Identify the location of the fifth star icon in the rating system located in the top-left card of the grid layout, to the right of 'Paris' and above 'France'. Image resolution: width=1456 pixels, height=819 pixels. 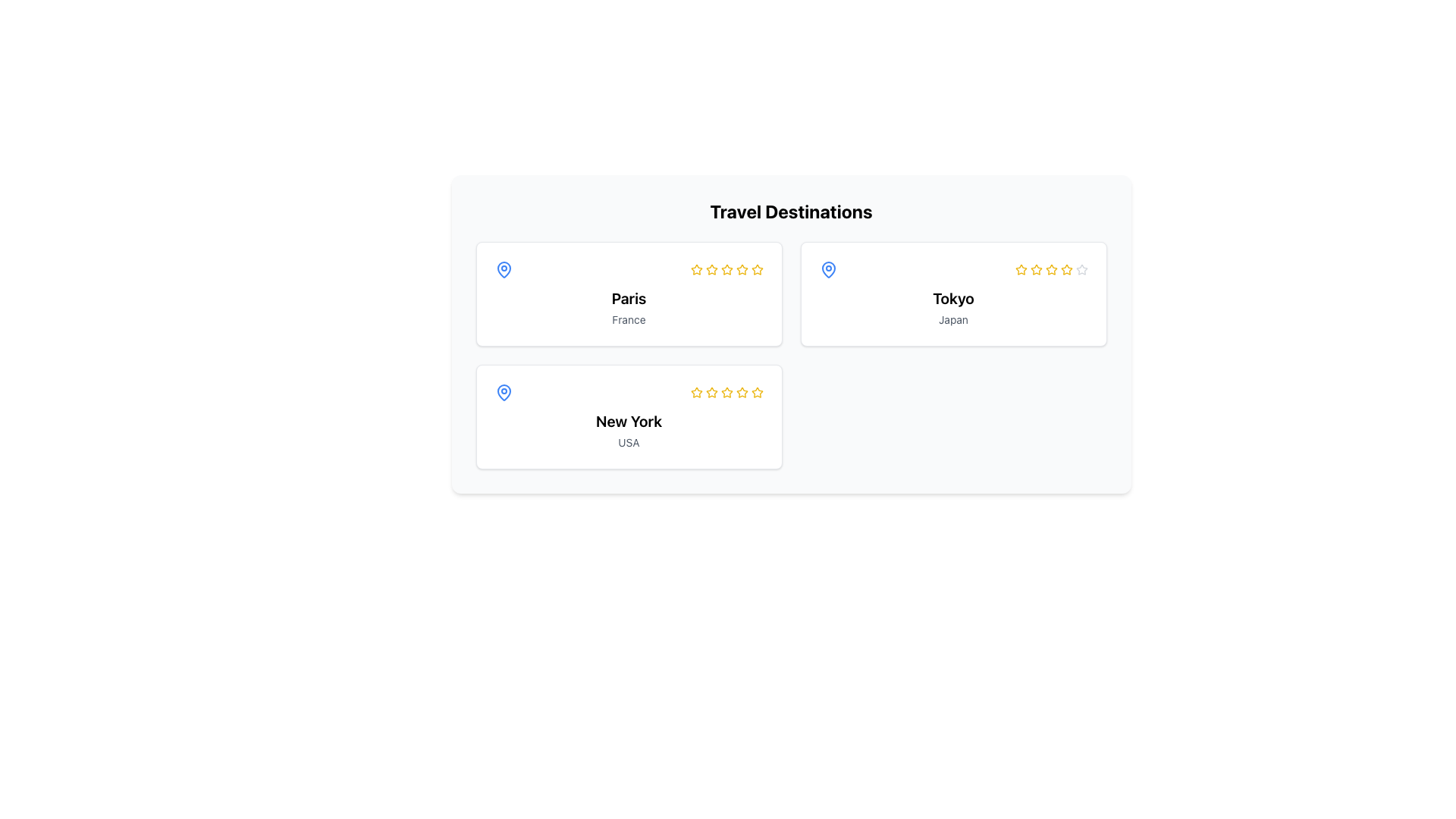
(757, 268).